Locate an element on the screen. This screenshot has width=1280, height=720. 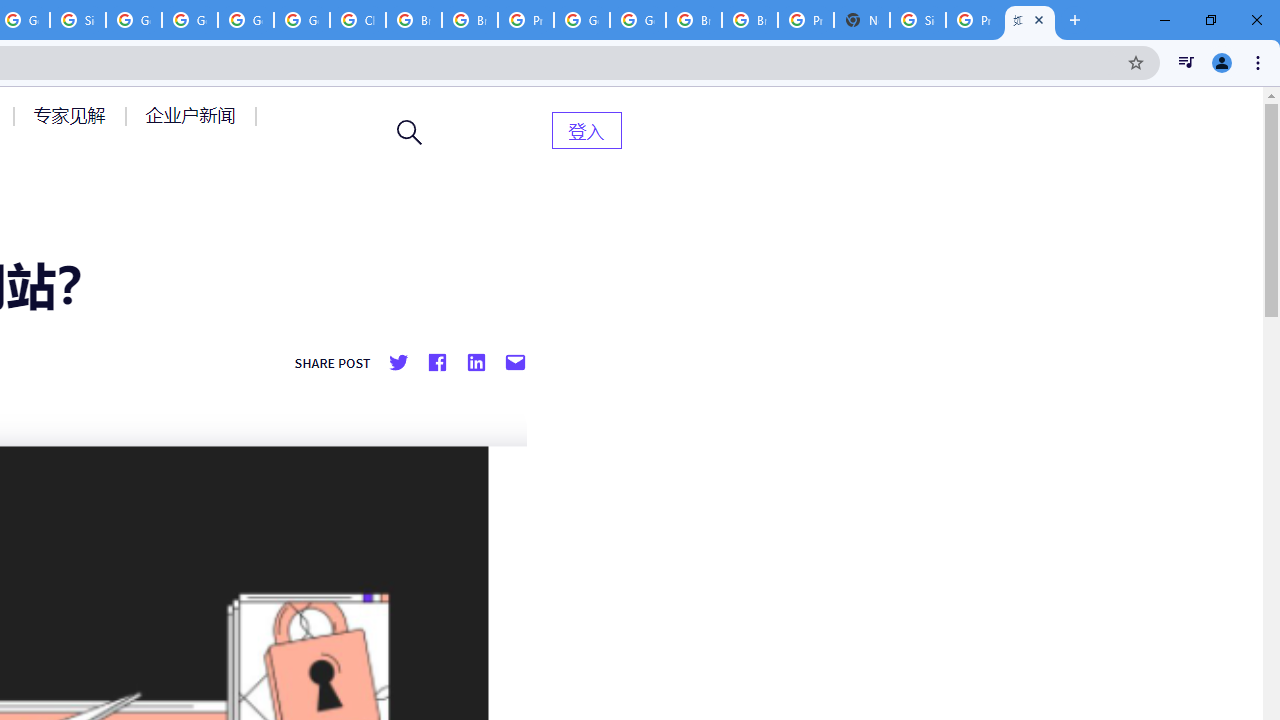
'Browse Chrome as a guest - Computer - Google Chrome Help' is located at coordinates (413, 20).